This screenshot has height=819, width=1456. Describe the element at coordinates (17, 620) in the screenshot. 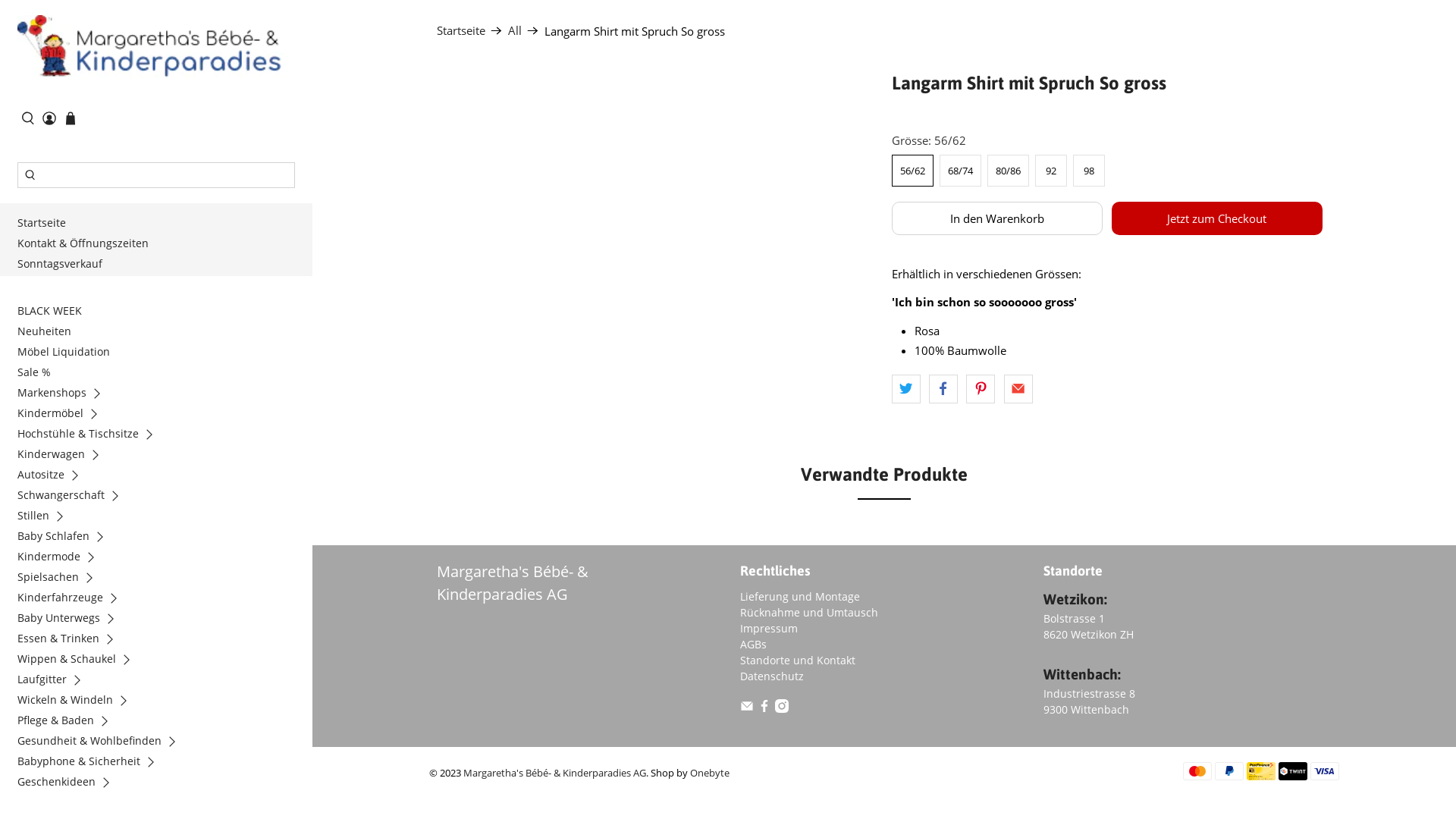

I see `'Baby Unterwegs'` at that location.